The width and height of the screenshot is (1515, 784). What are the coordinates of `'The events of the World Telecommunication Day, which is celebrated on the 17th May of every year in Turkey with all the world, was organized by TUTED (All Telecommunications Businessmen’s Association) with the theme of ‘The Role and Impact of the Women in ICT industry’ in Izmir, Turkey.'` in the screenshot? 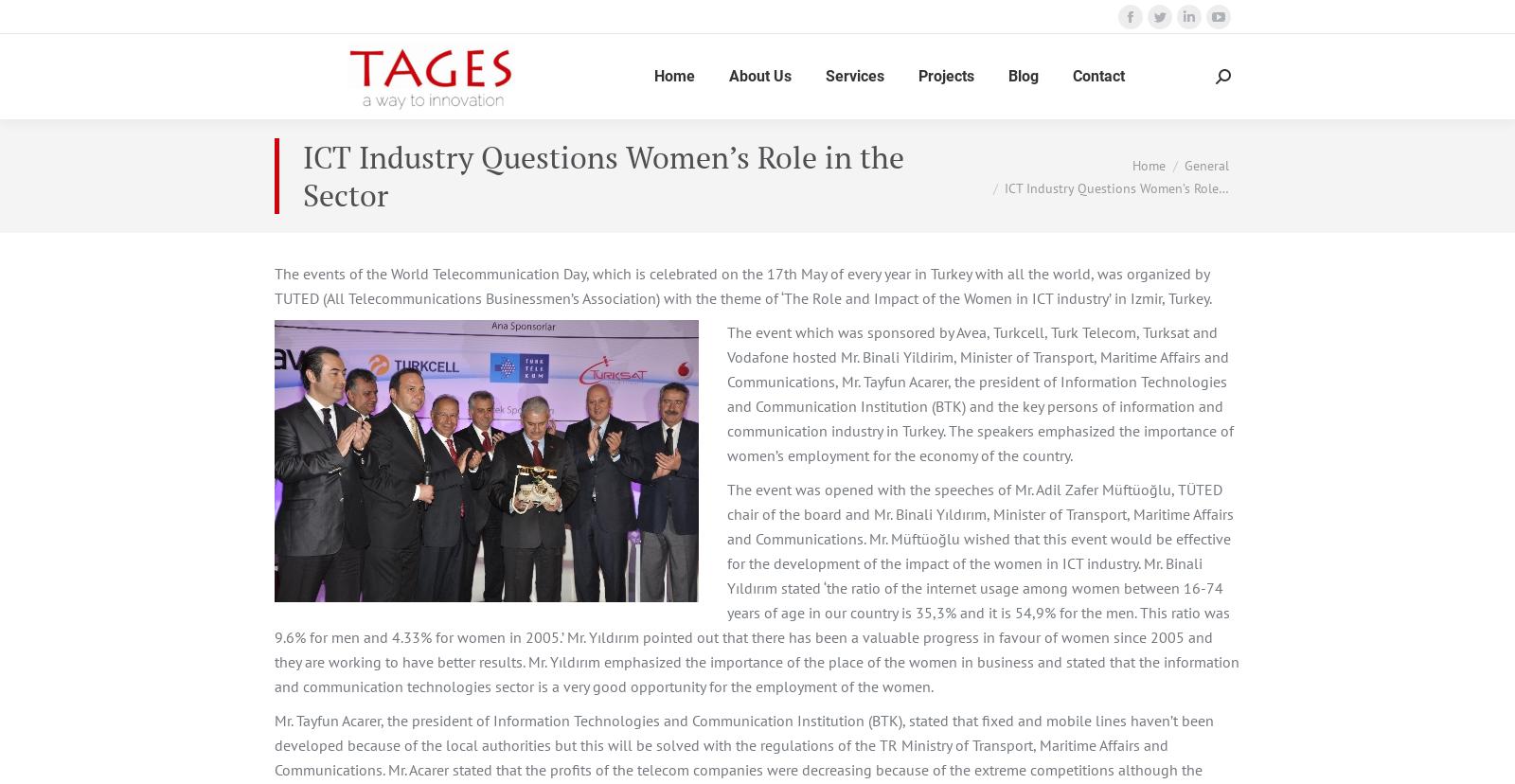 It's located at (274, 285).